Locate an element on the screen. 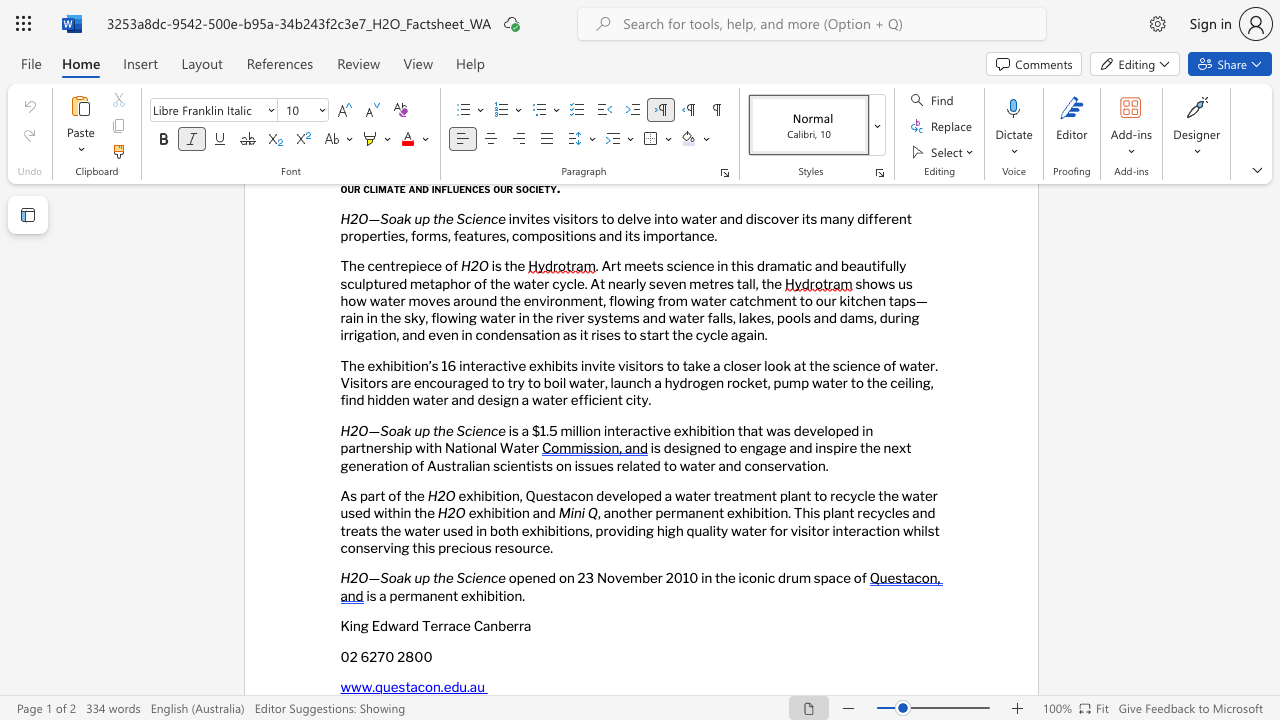 The image size is (1280, 720). the space between the continuous character "c" and "o" in the text is located at coordinates (424, 686).